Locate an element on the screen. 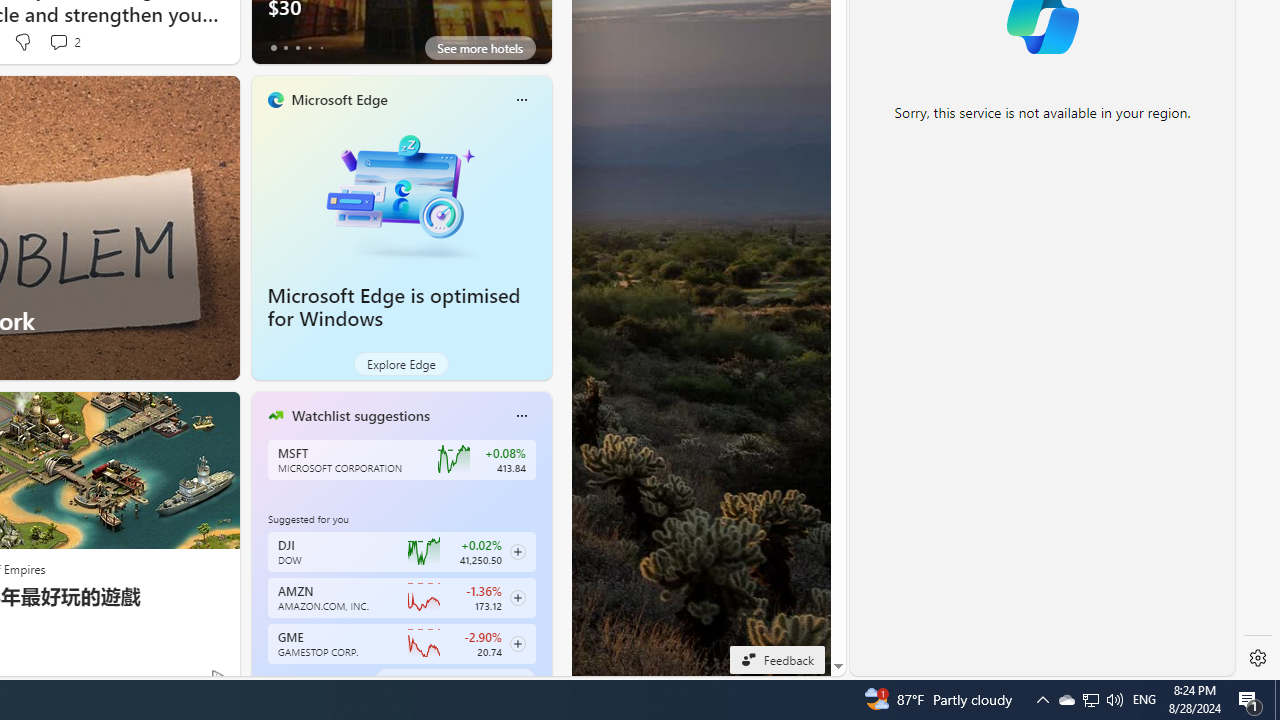 This screenshot has width=1280, height=720. 'See more hotels' is located at coordinates (480, 46).